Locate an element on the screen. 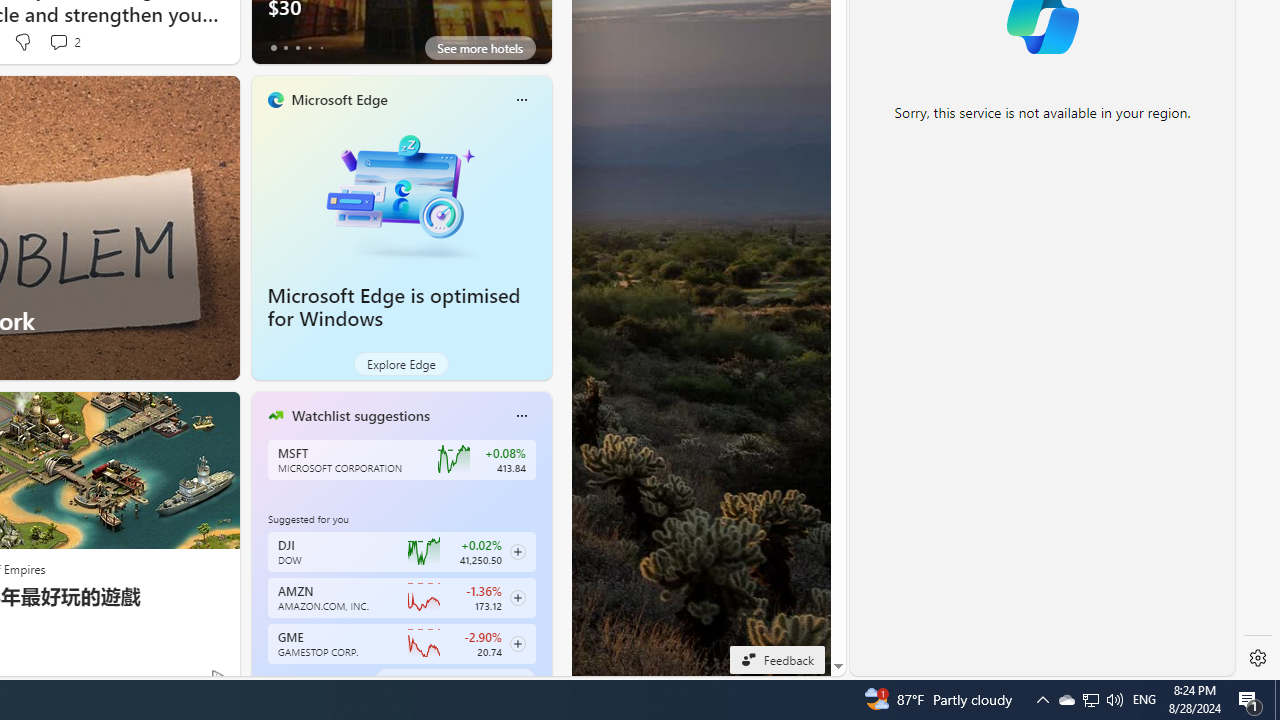 This screenshot has width=1280, height=720. 'See more hotels' is located at coordinates (480, 46).